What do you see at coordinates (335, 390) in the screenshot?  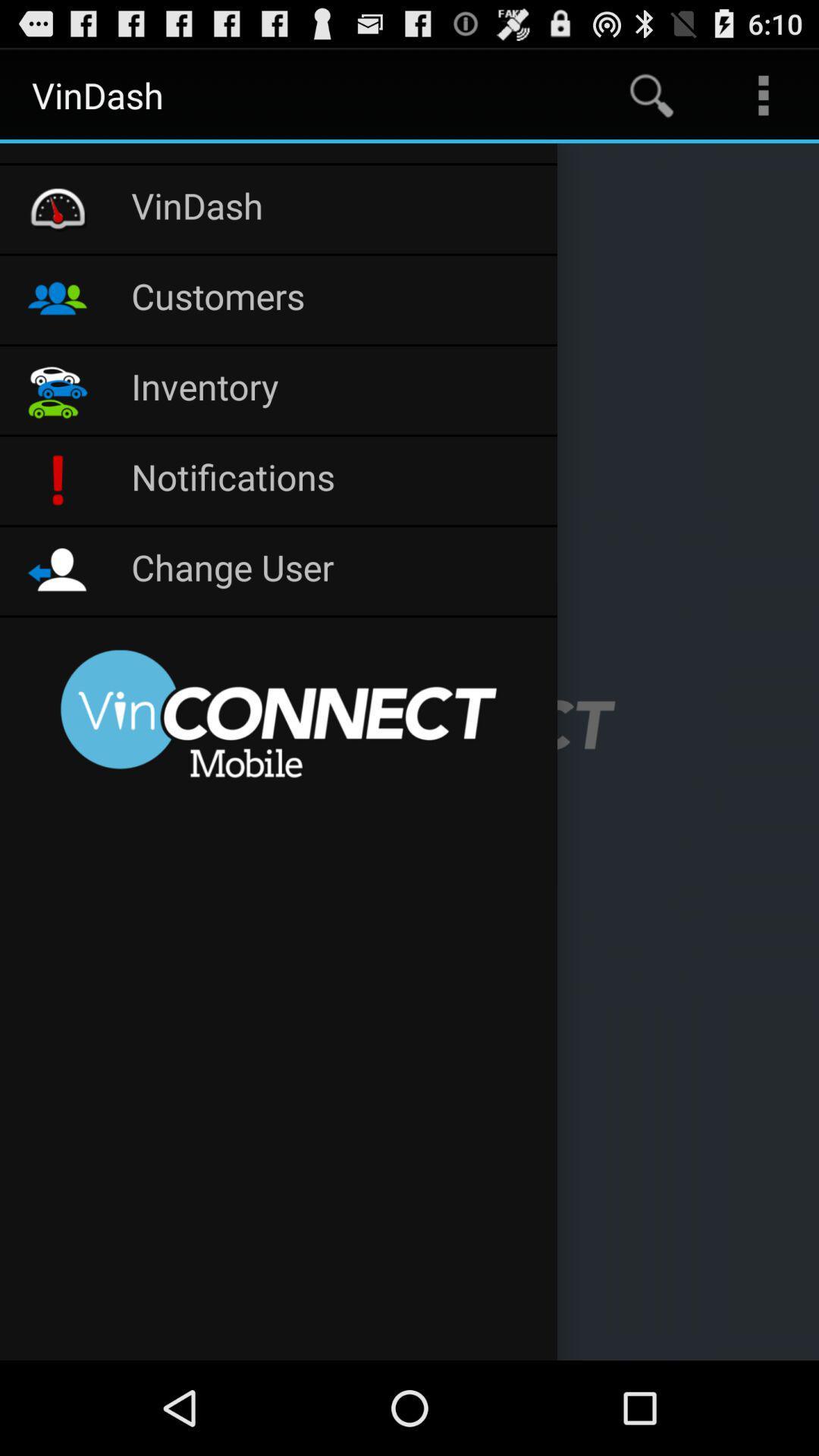 I see `the item below customers item` at bounding box center [335, 390].